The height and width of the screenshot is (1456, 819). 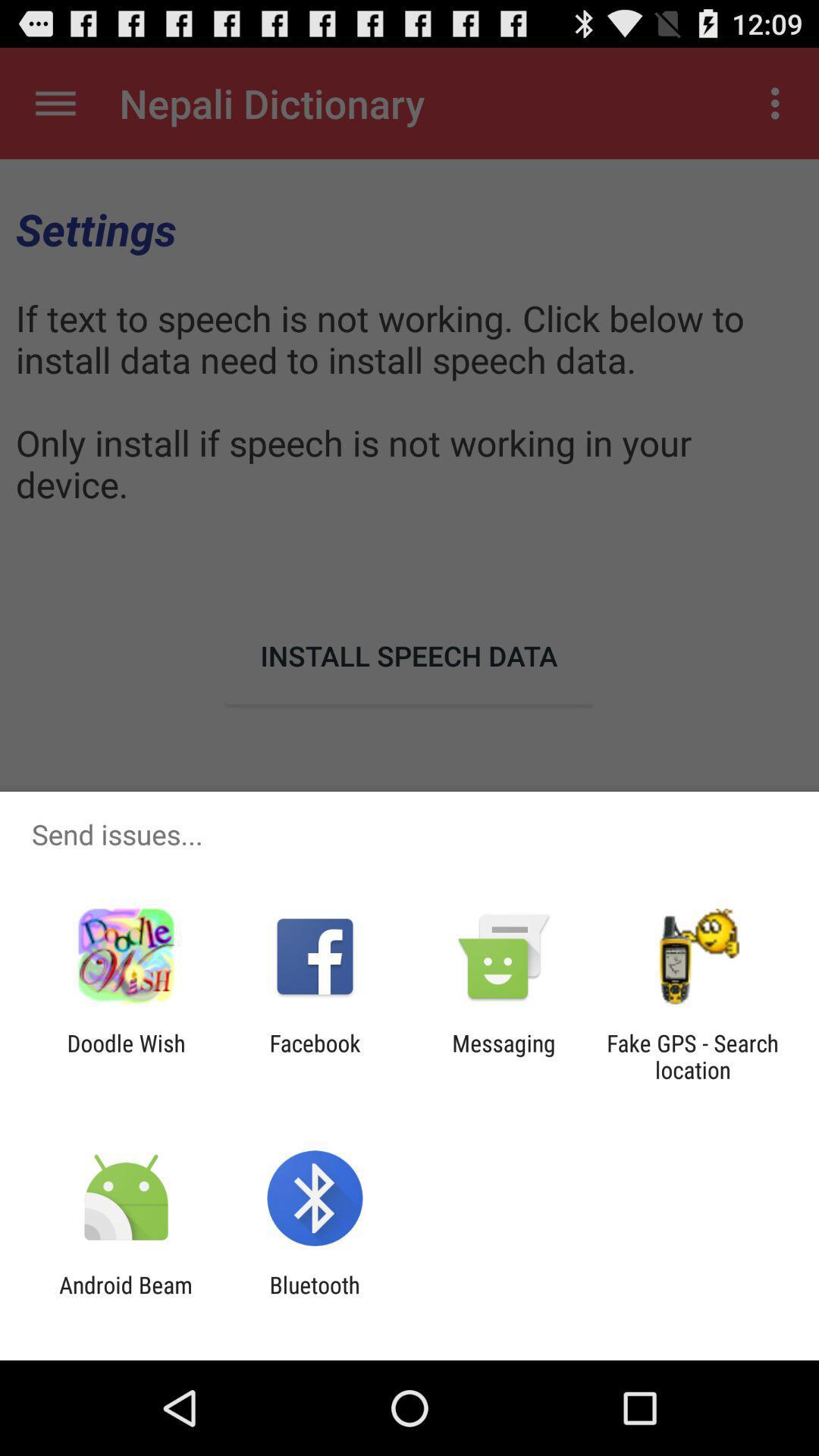 I want to click on app to the right of the doodle wish icon, so click(x=314, y=1056).